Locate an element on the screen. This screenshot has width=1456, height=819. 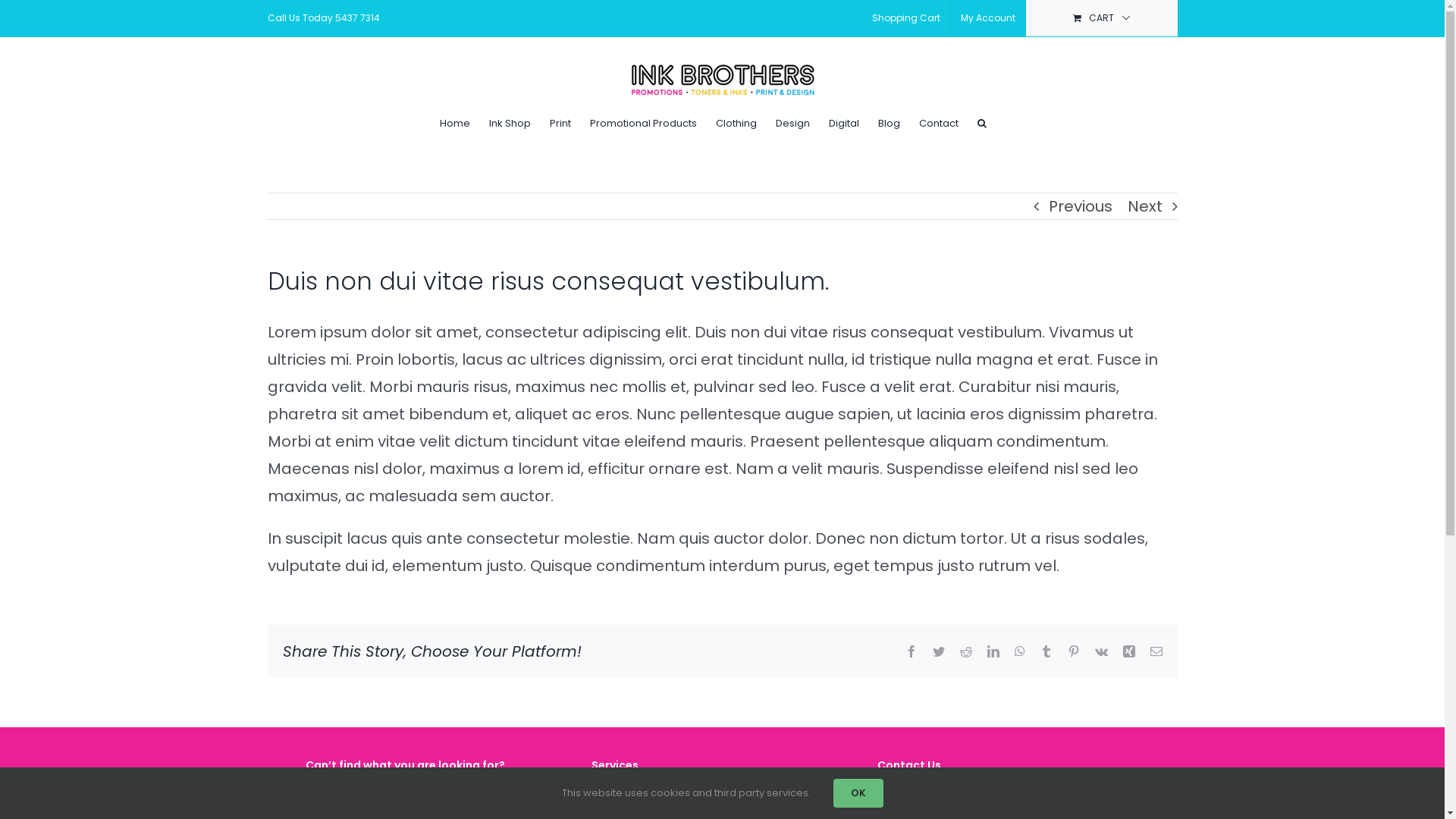
'Search' is located at coordinates (981, 122).